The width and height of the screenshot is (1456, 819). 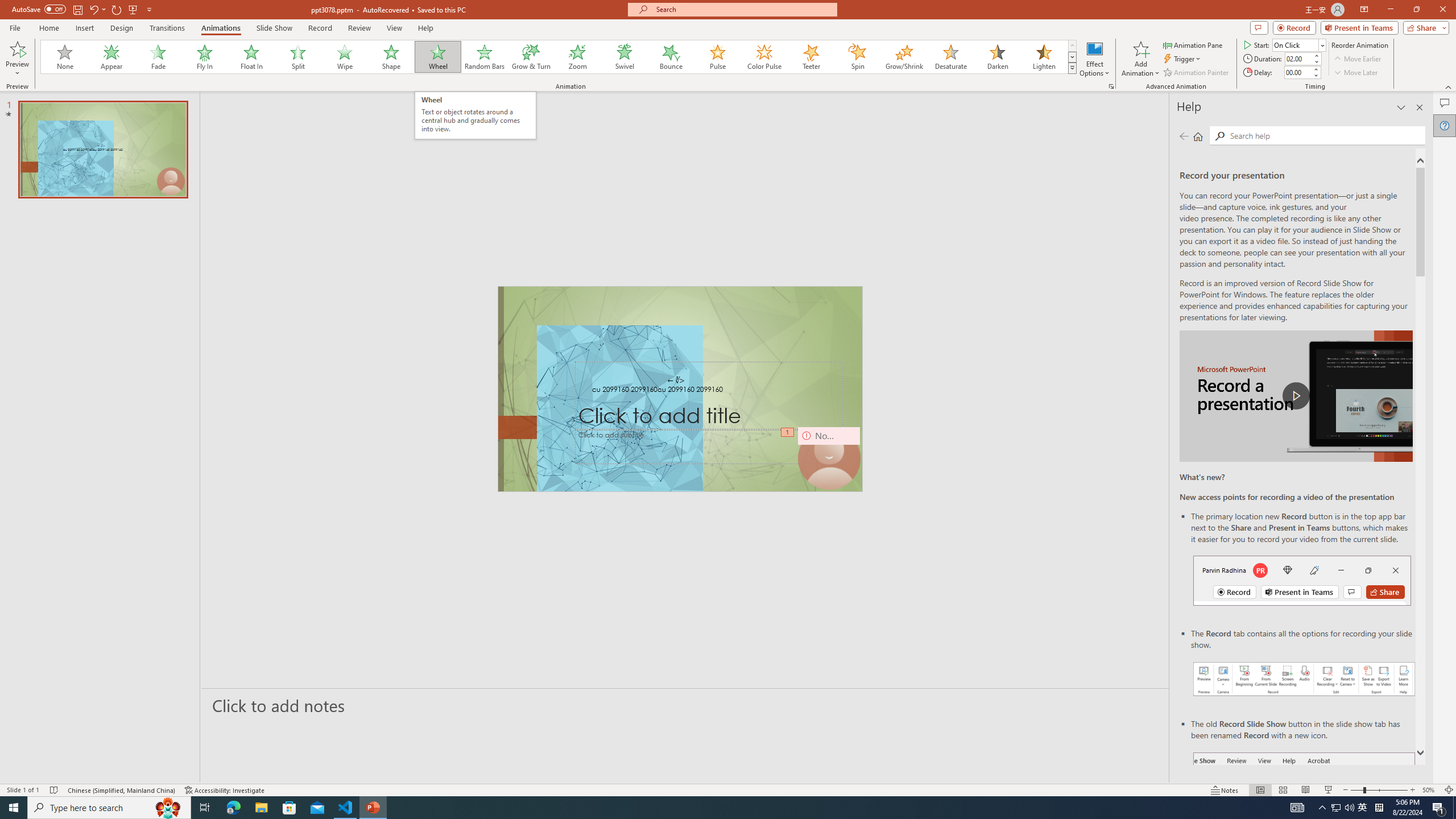 What do you see at coordinates (1296, 396) in the screenshot?
I see `'play Record a Presentation'` at bounding box center [1296, 396].